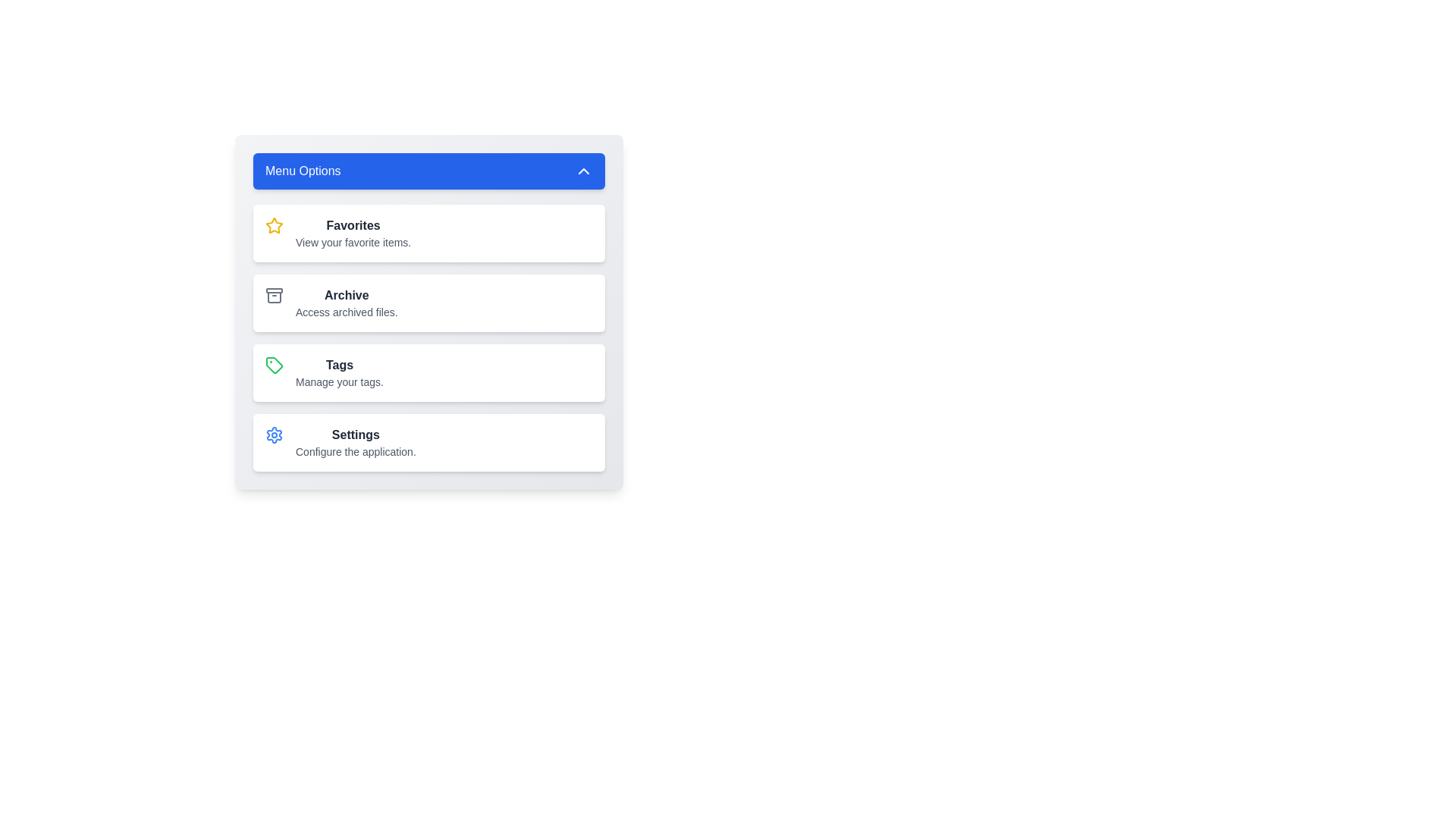  Describe the element at coordinates (338, 366) in the screenshot. I see `the 'Tags' text label, which is a bold and dark title for the subsection 'Manage your tags.'` at that location.